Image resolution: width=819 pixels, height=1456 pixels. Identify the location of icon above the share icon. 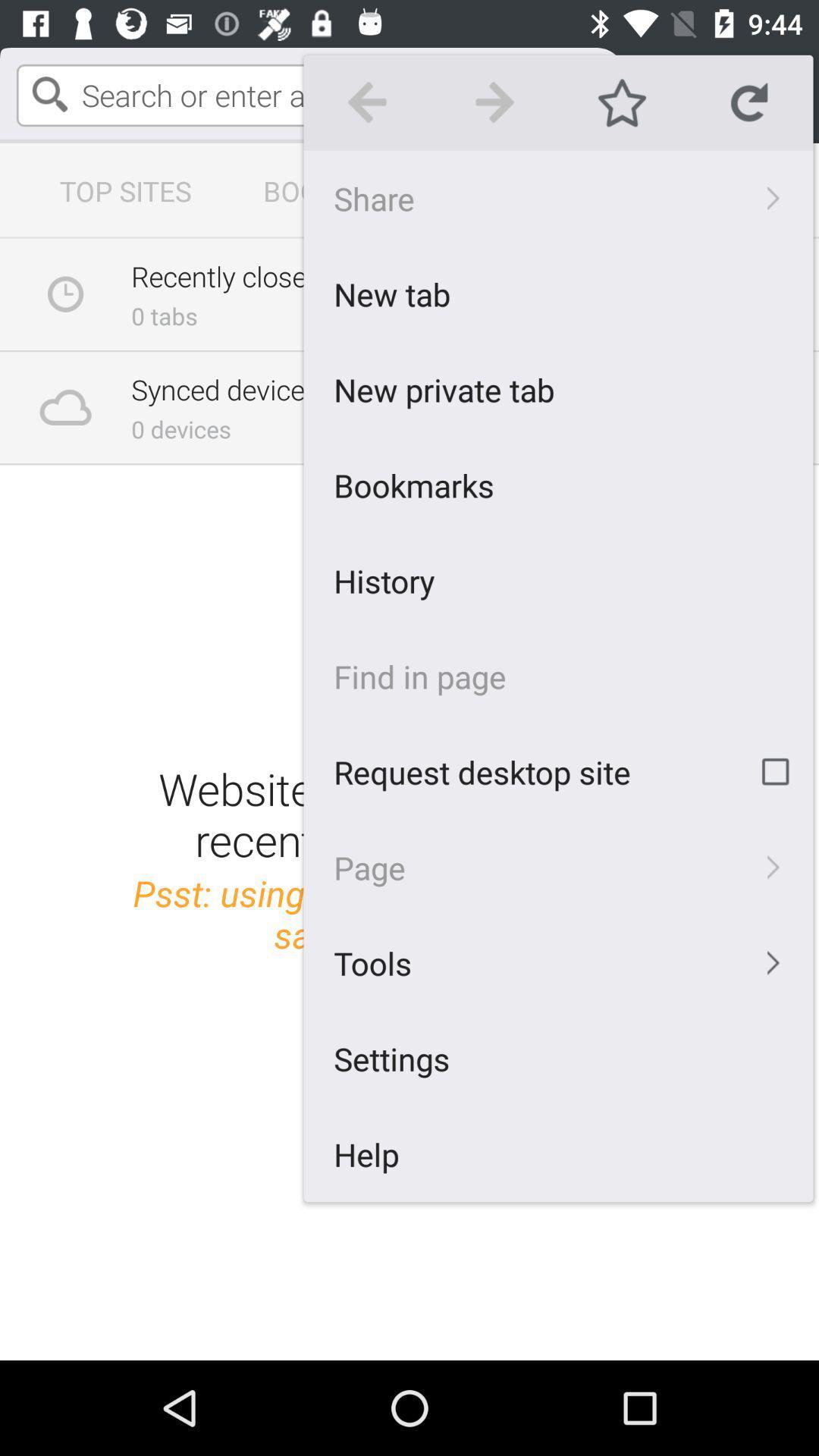
(367, 102).